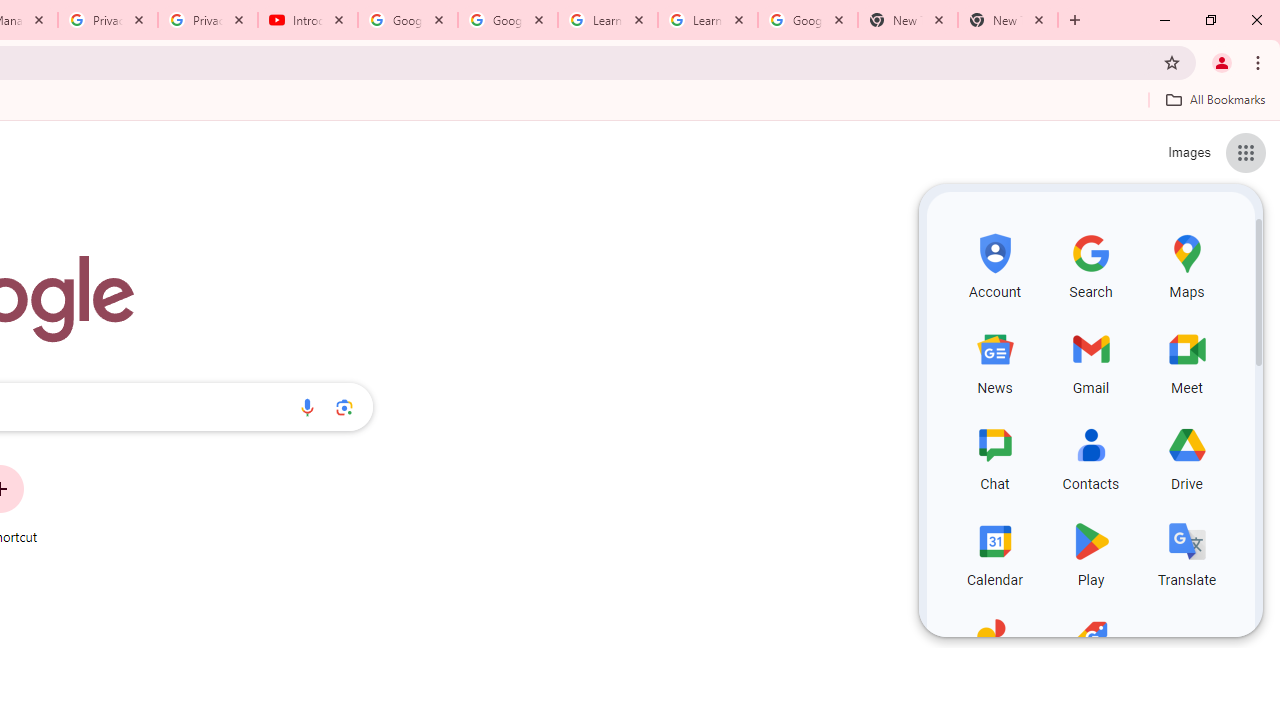  I want to click on 'Translate, row 4 of 5 and column 3 of 3 in the first section', so click(1187, 551).